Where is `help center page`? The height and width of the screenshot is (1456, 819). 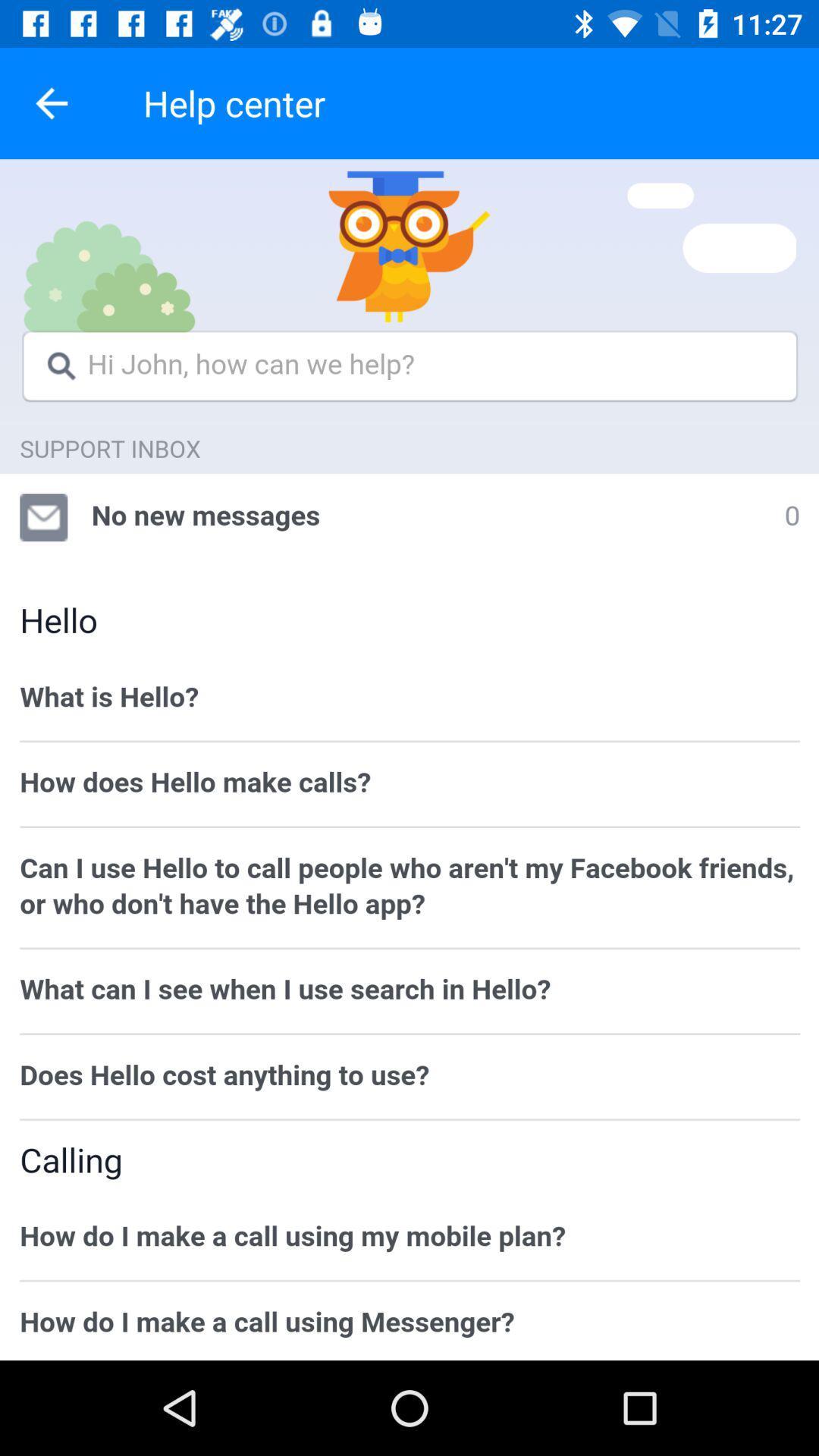 help center page is located at coordinates (409, 760).